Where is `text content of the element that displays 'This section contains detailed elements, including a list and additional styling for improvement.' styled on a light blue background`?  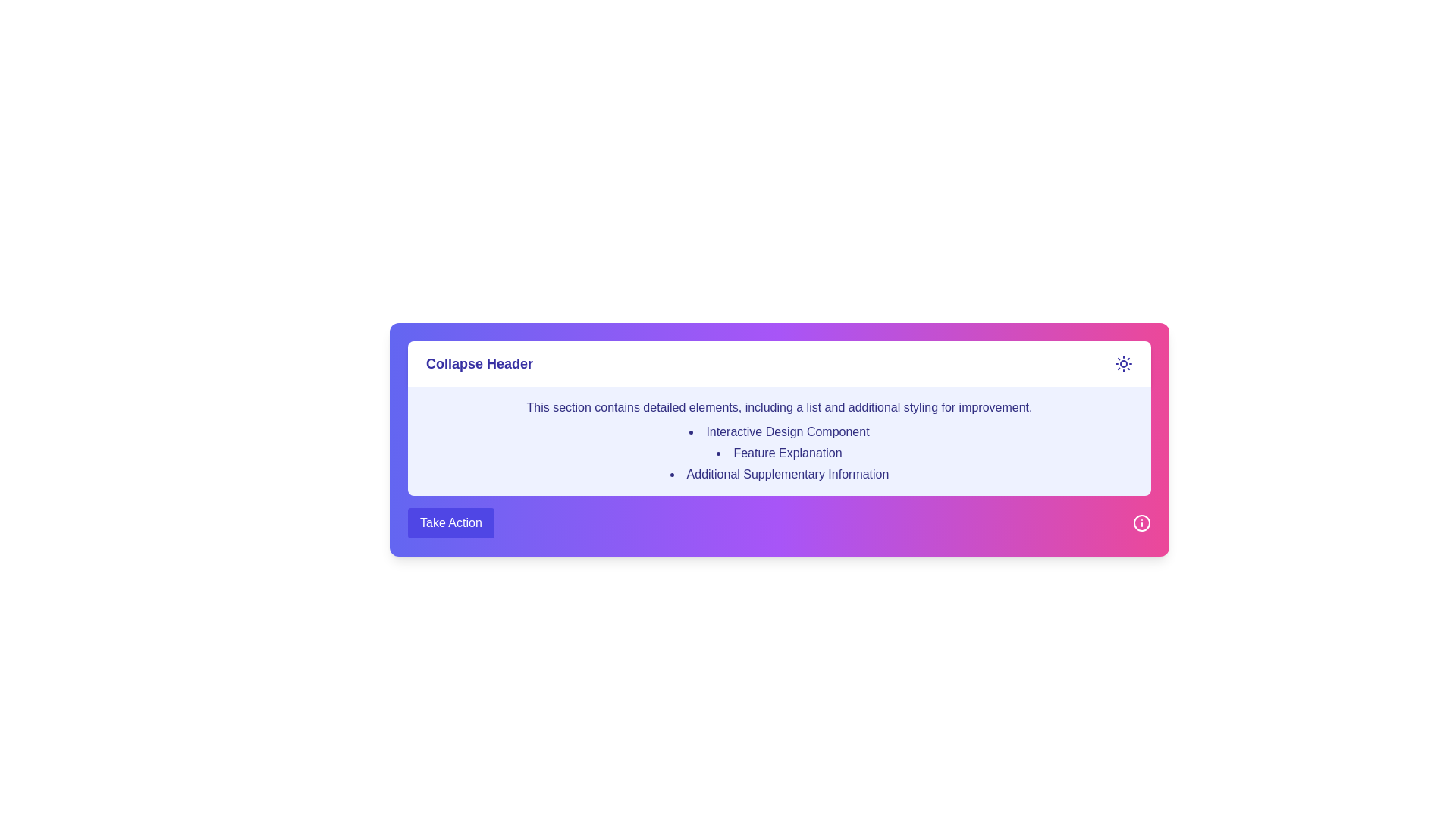 text content of the element that displays 'This section contains detailed elements, including a list and additional styling for improvement.' styled on a light blue background is located at coordinates (779, 406).